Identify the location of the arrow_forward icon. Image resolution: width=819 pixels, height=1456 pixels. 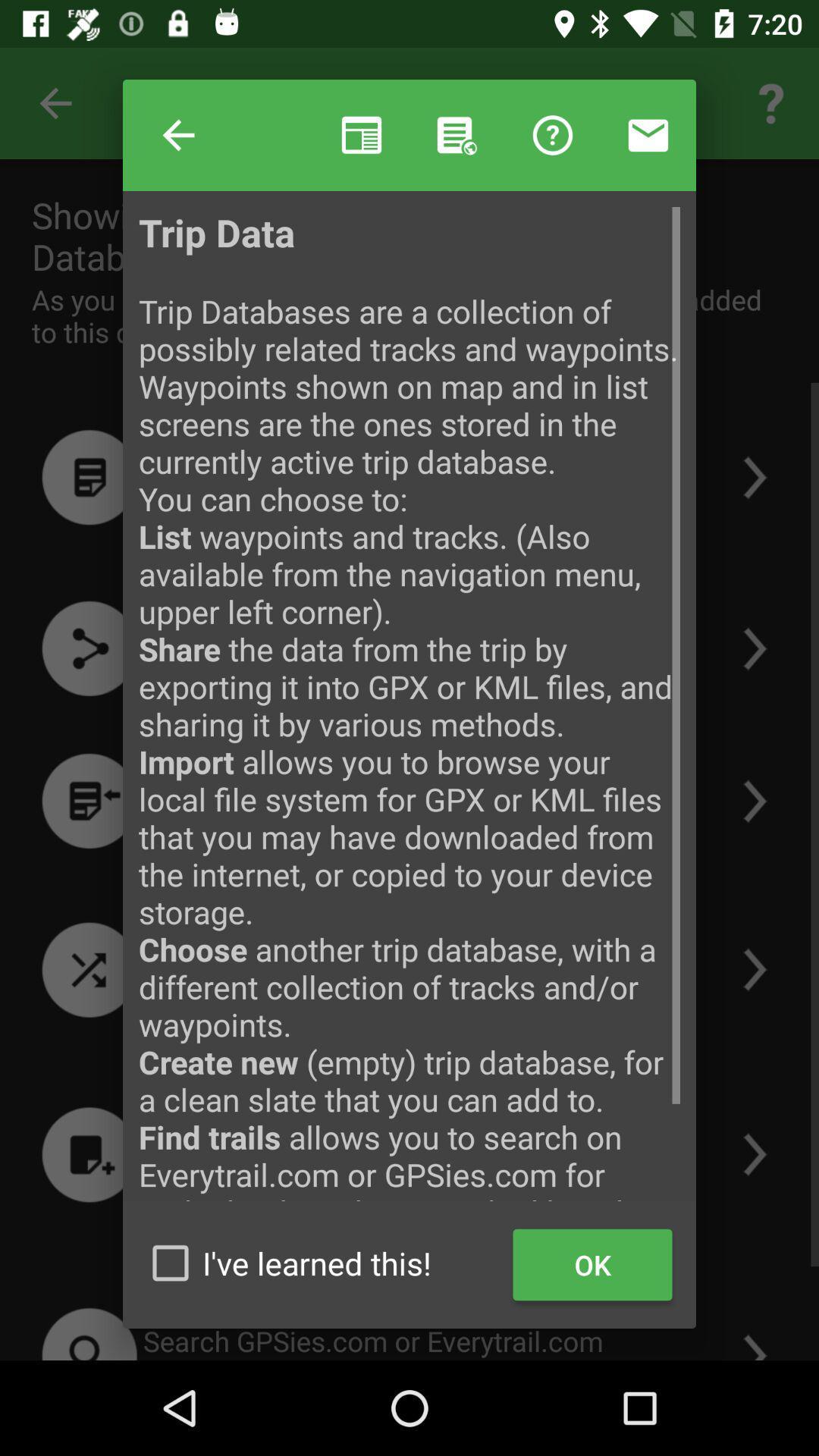
(757, 805).